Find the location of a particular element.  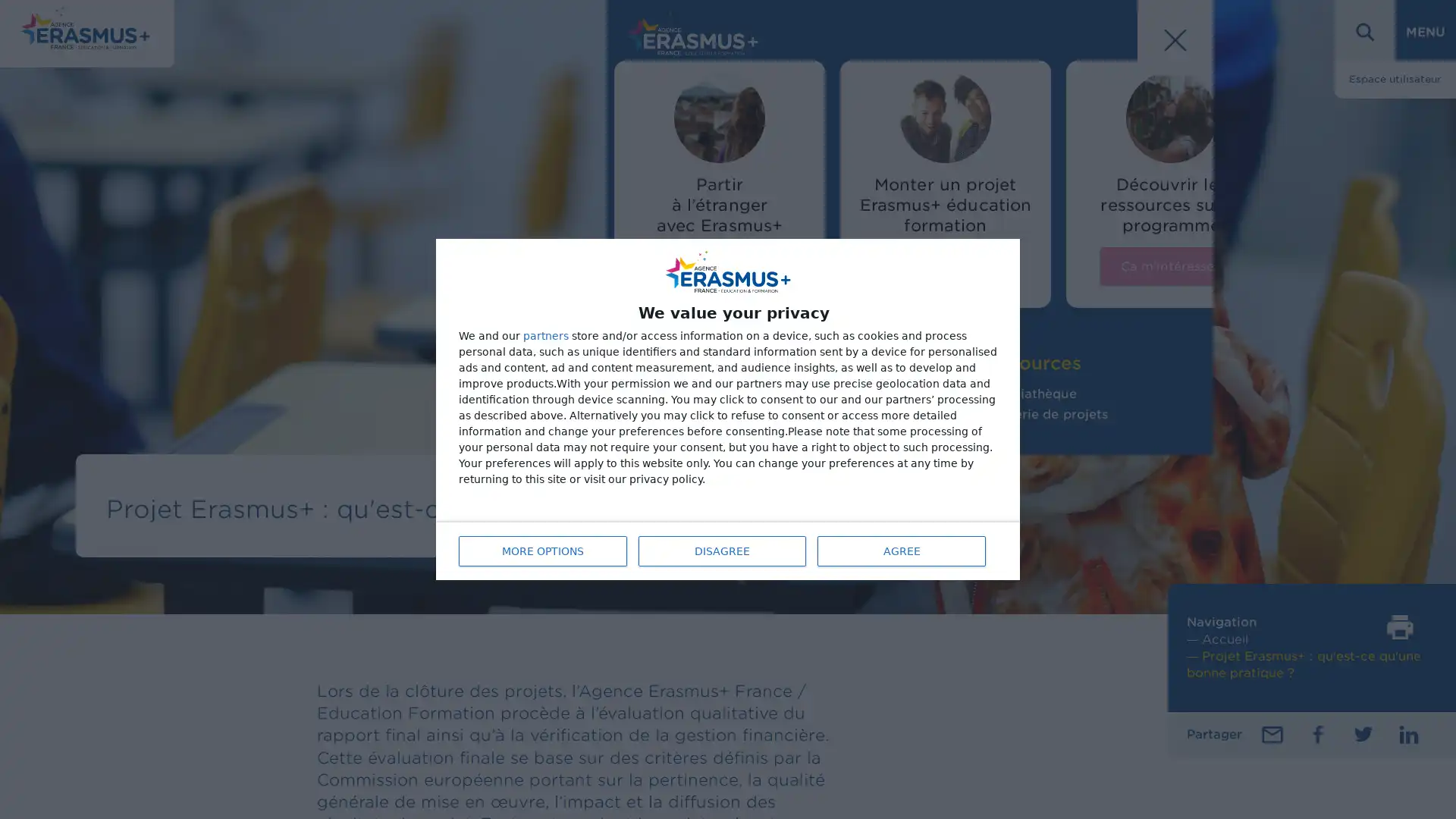

AGREE is located at coordinates (902, 550).